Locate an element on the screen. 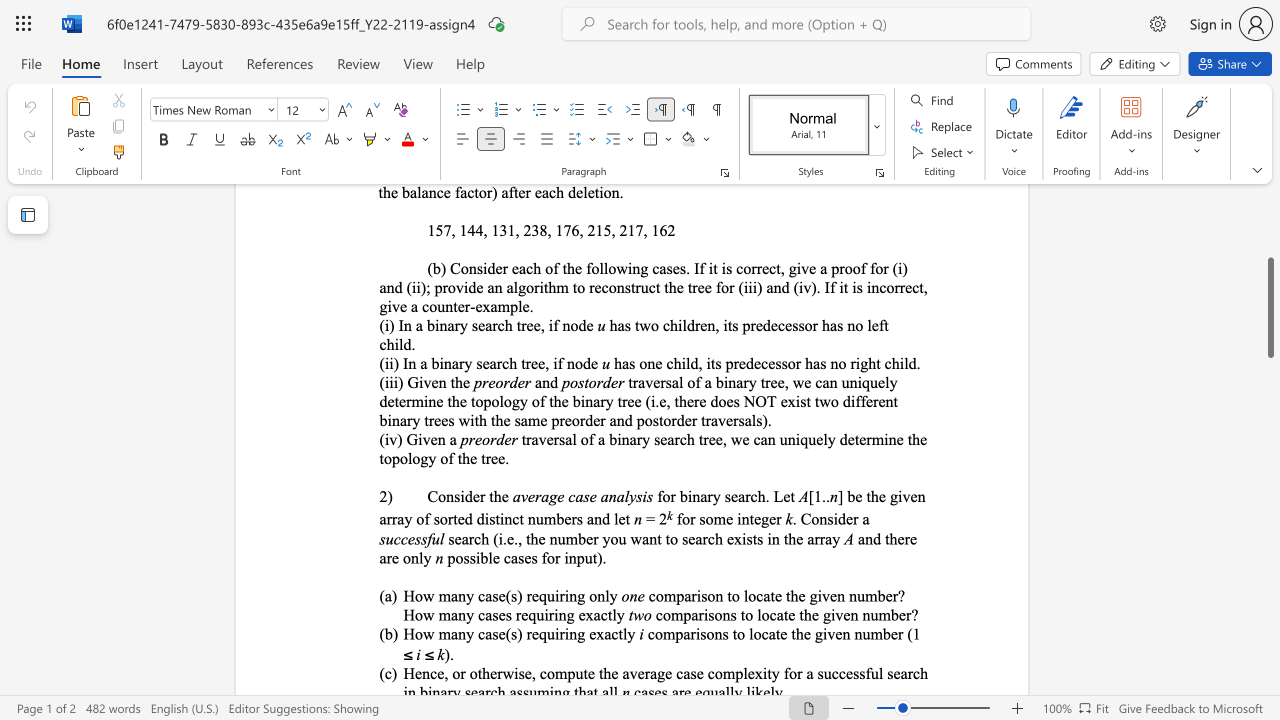 The image size is (1280, 720). the subset text "er" within the text "comparisons to locate the given number (1" is located at coordinates (889, 634).